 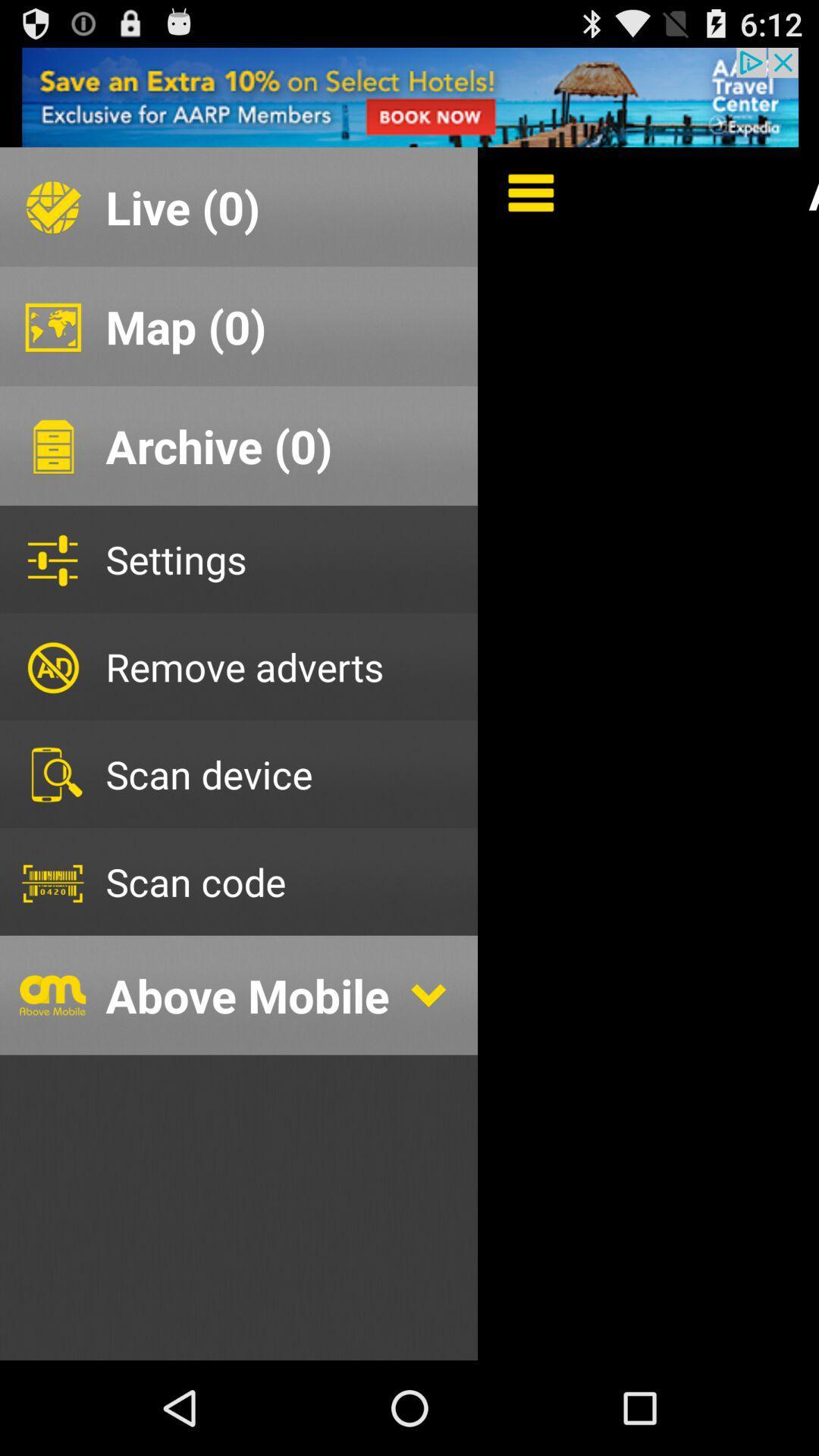 What do you see at coordinates (519, 205) in the screenshot?
I see `the menu icon` at bounding box center [519, 205].